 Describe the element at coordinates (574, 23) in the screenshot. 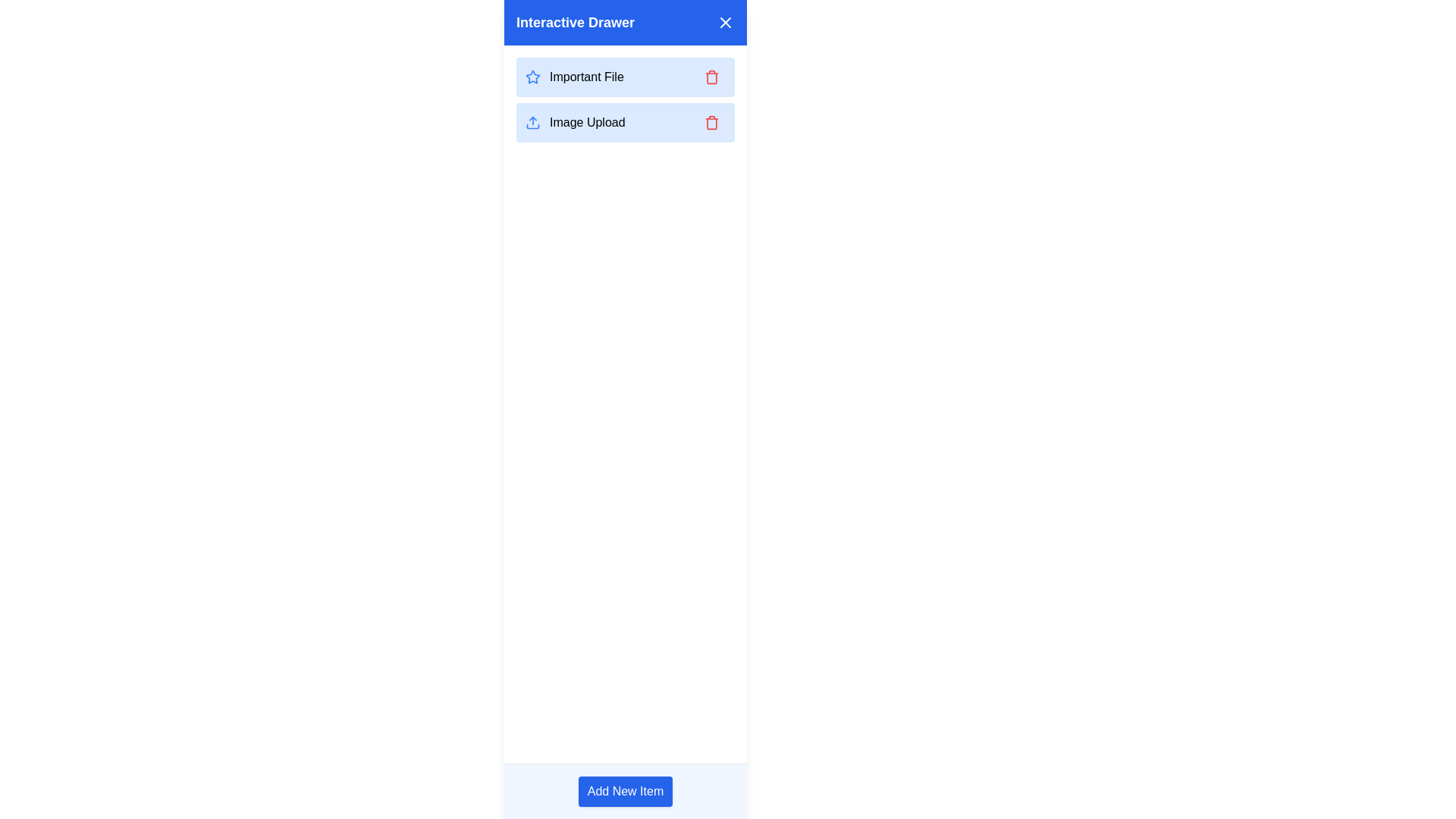

I see `the text label displaying 'Interactive Drawer' located in the blue header bar at the top of the panel` at that location.